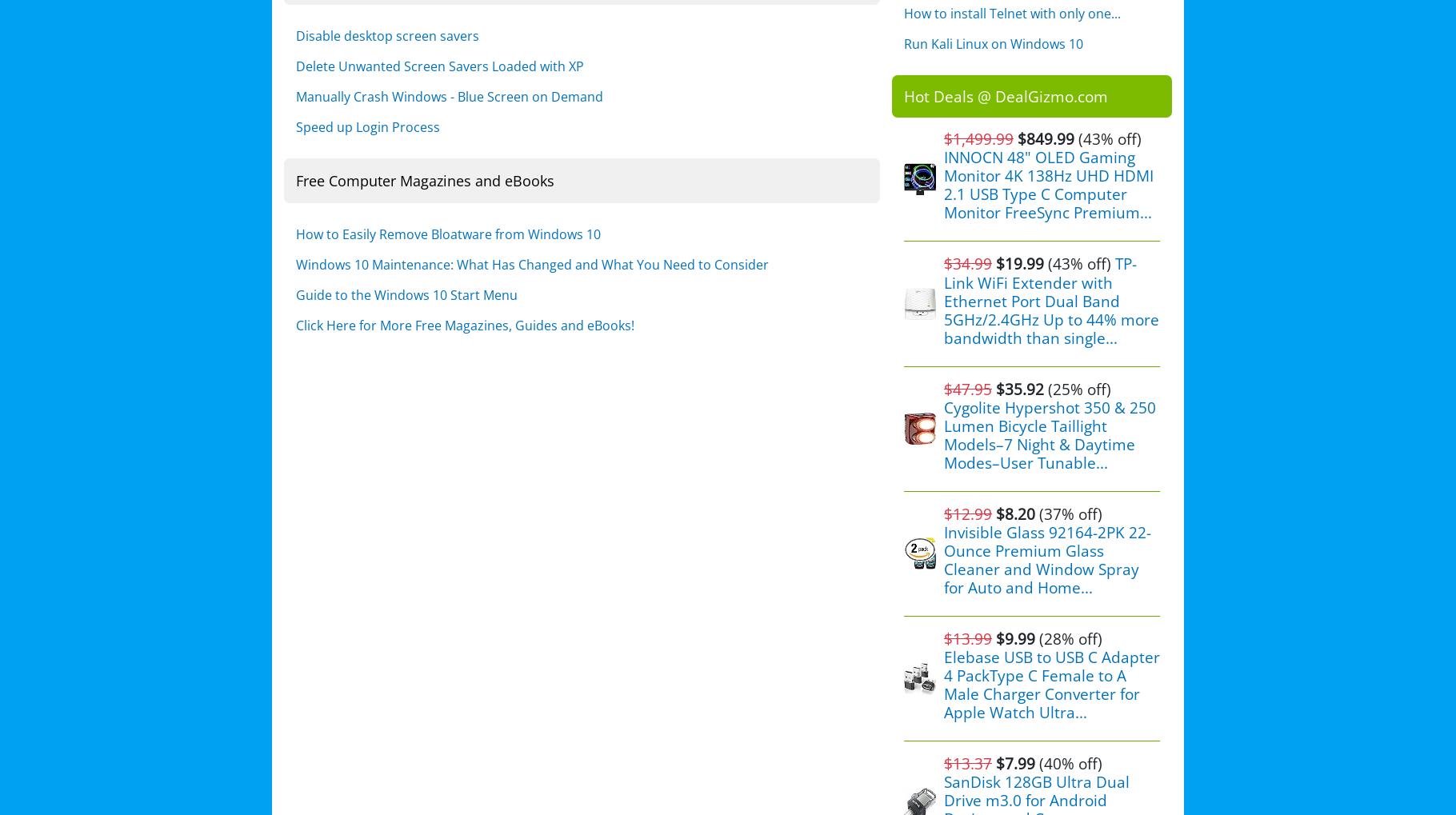 This screenshot has height=815, width=1456. Describe the element at coordinates (1014, 637) in the screenshot. I see `'$9.99'` at that location.